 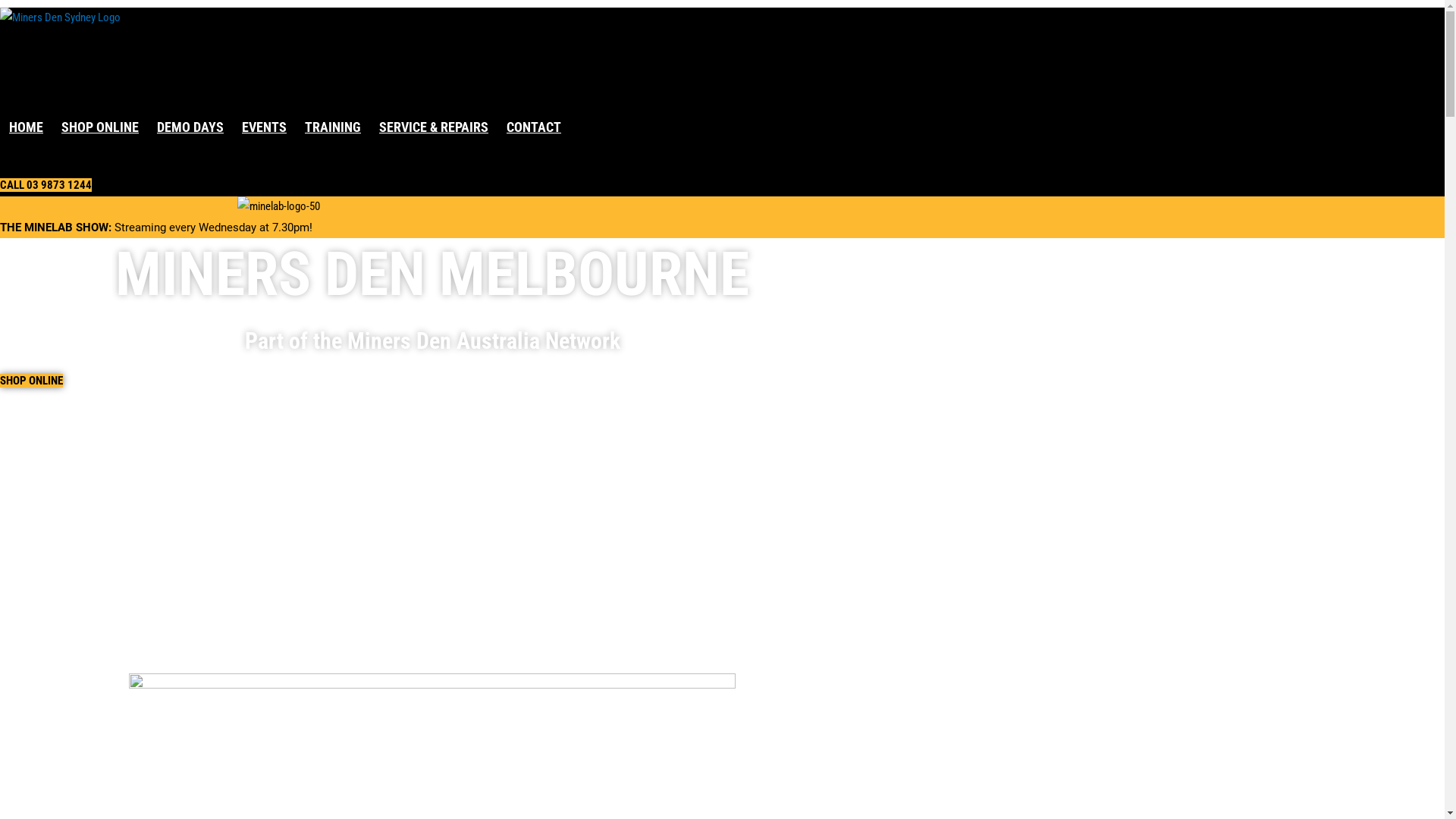 What do you see at coordinates (432, 127) in the screenshot?
I see `'SERVICE & REPAIRS'` at bounding box center [432, 127].